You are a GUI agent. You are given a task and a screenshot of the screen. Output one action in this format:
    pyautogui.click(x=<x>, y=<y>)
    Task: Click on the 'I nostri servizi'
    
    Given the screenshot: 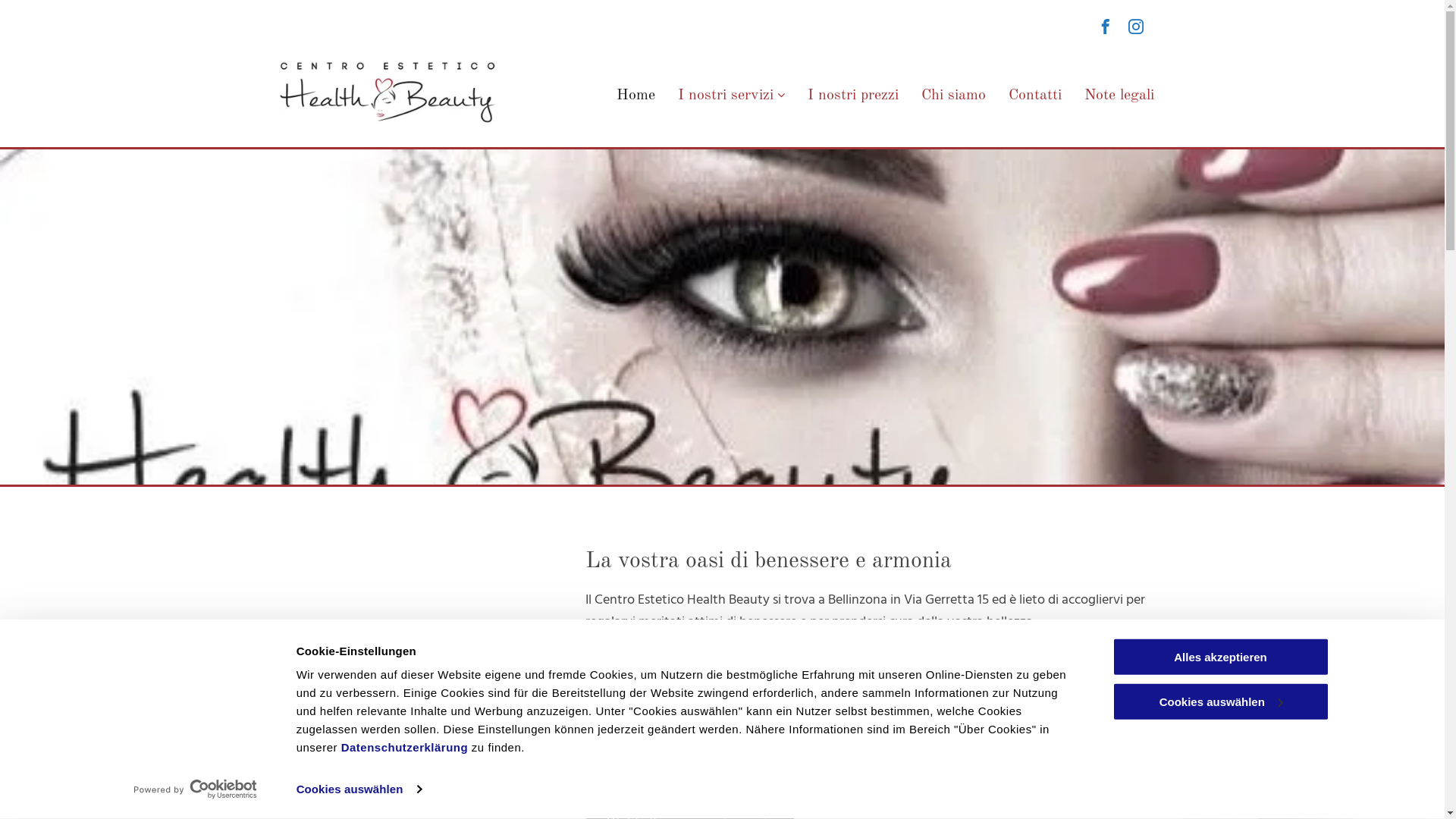 What is the action you would take?
    pyautogui.click(x=676, y=96)
    